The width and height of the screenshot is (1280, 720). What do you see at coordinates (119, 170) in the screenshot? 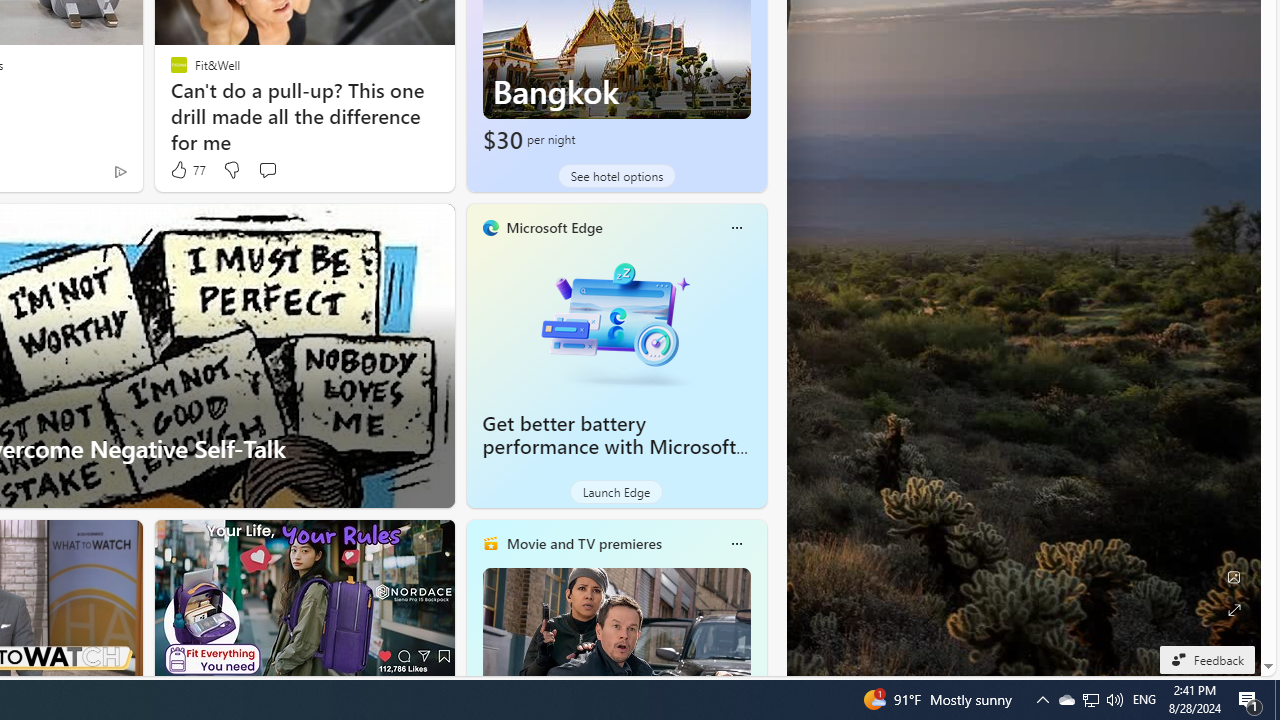
I see `'Ad Choice'` at bounding box center [119, 170].